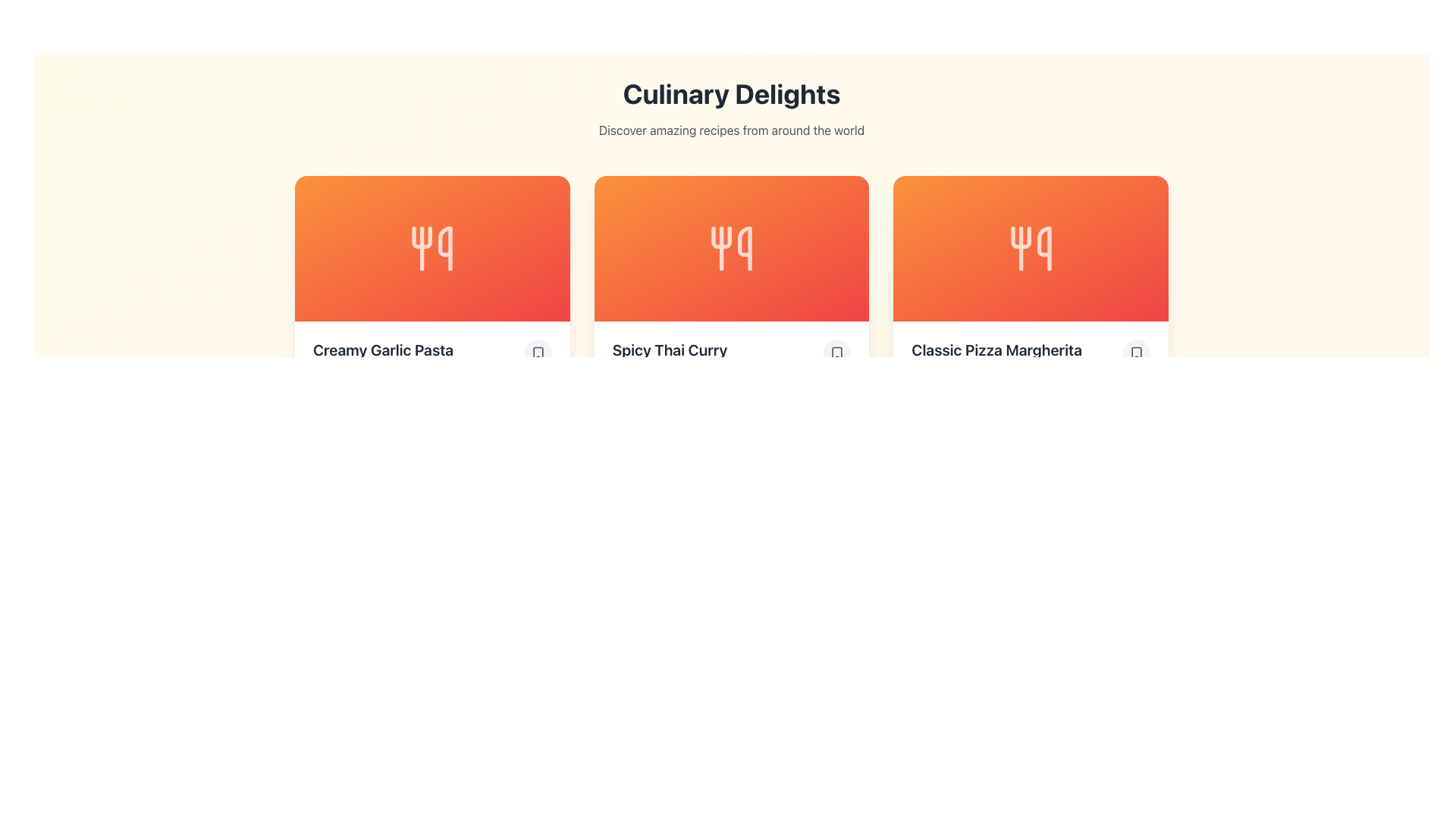 This screenshot has height=819, width=1456. What do you see at coordinates (731, 108) in the screenshot?
I see `the header element titled 'Culinary Delights' which includes the subtitle 'Discover amazing recipes from around the world'` at bounding box center [731, 108].